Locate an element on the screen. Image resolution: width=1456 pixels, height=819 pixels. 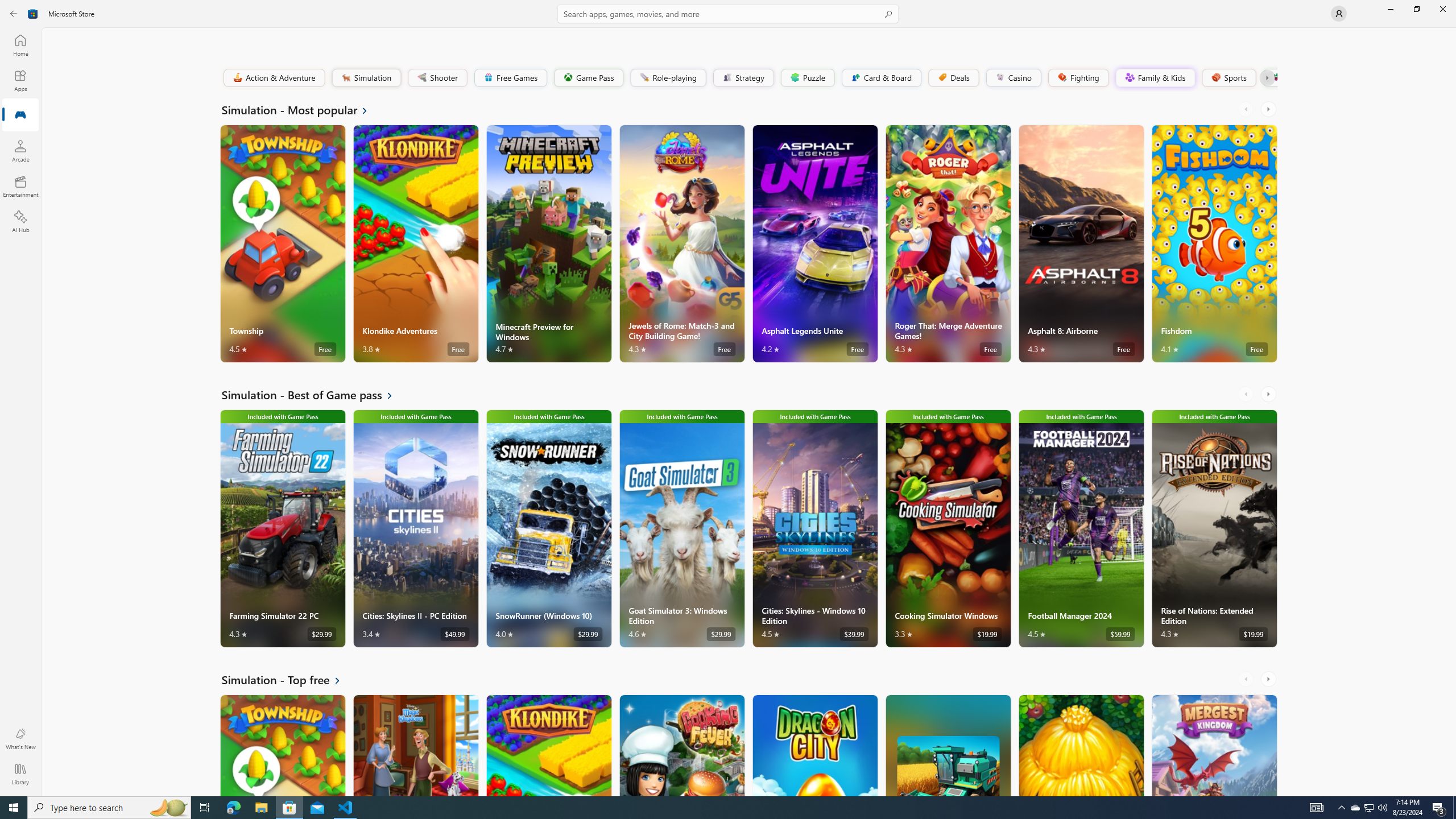
'Card & Board' is located at coordinates (880, 77).